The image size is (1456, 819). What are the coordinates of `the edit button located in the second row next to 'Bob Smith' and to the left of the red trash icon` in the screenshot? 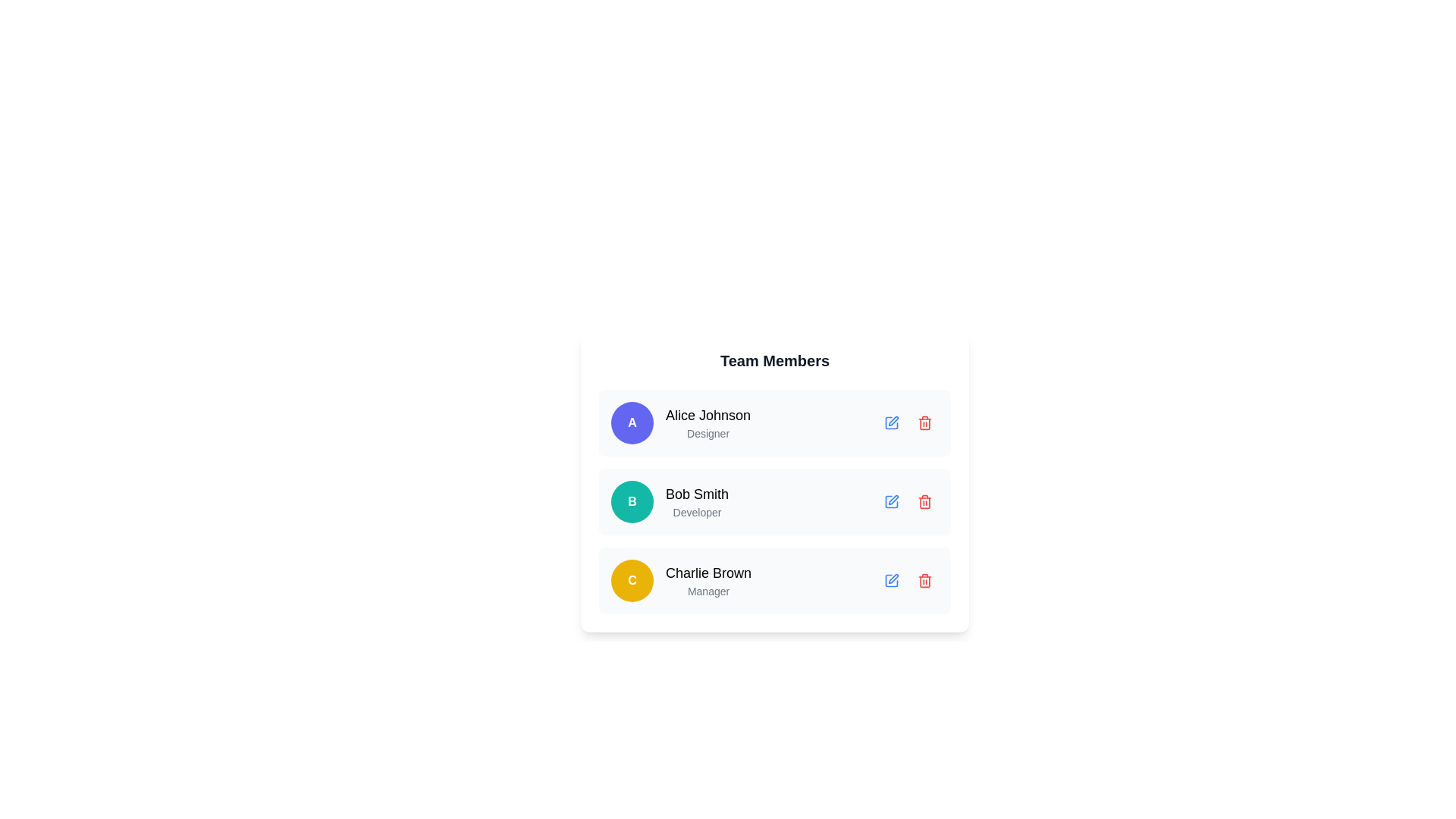 It's located at (892, 502).